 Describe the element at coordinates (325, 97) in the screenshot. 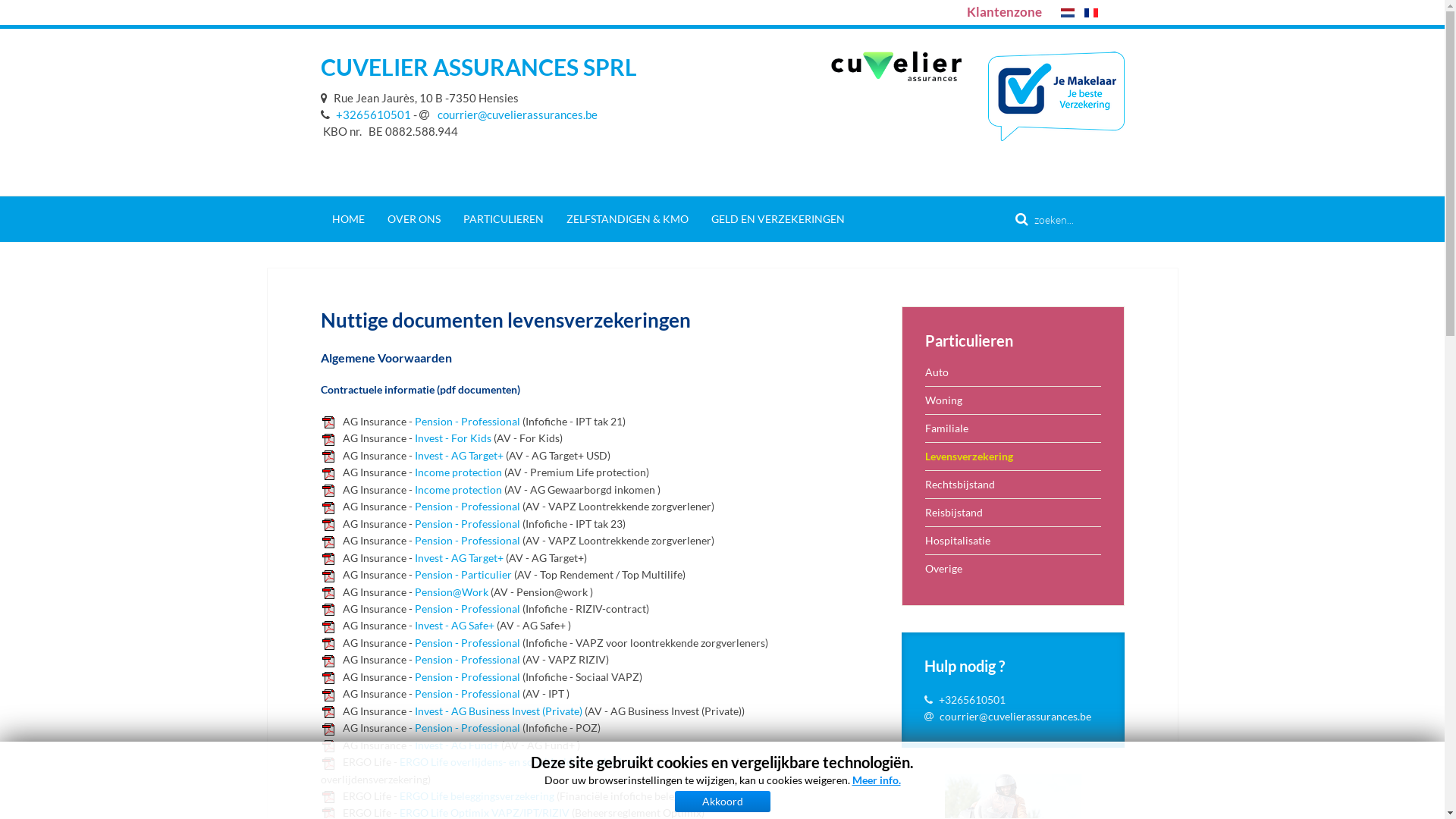

I see `'  '` at that location.